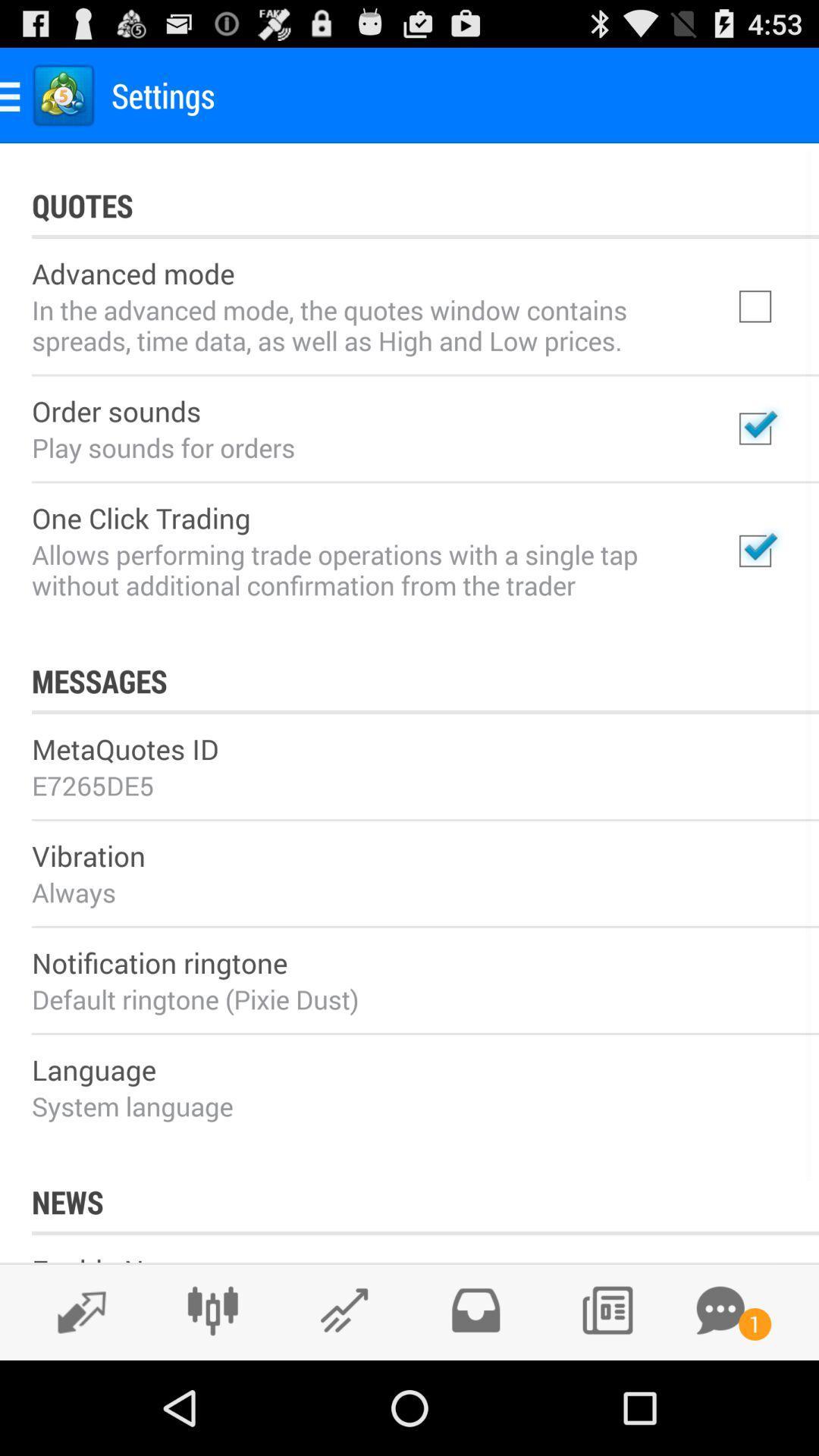 The image size is (819, 1456). What do you see at coordinates (212, 1401) in the screenshot?
I see `the sliders icon` at bounding box center [212, 1401].